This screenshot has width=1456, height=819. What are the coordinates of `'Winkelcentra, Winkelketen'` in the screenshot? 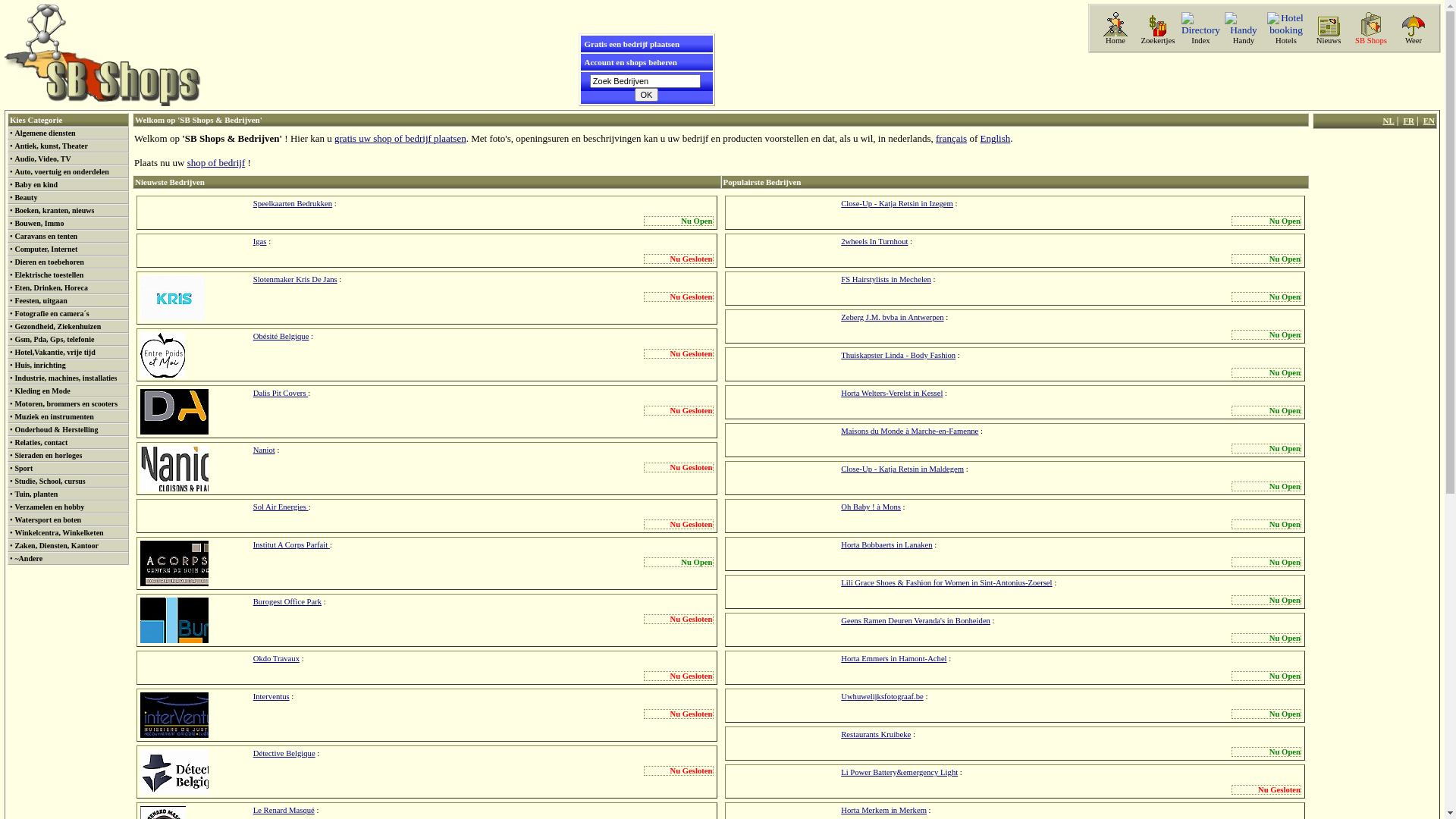 It's located at (58, 532).